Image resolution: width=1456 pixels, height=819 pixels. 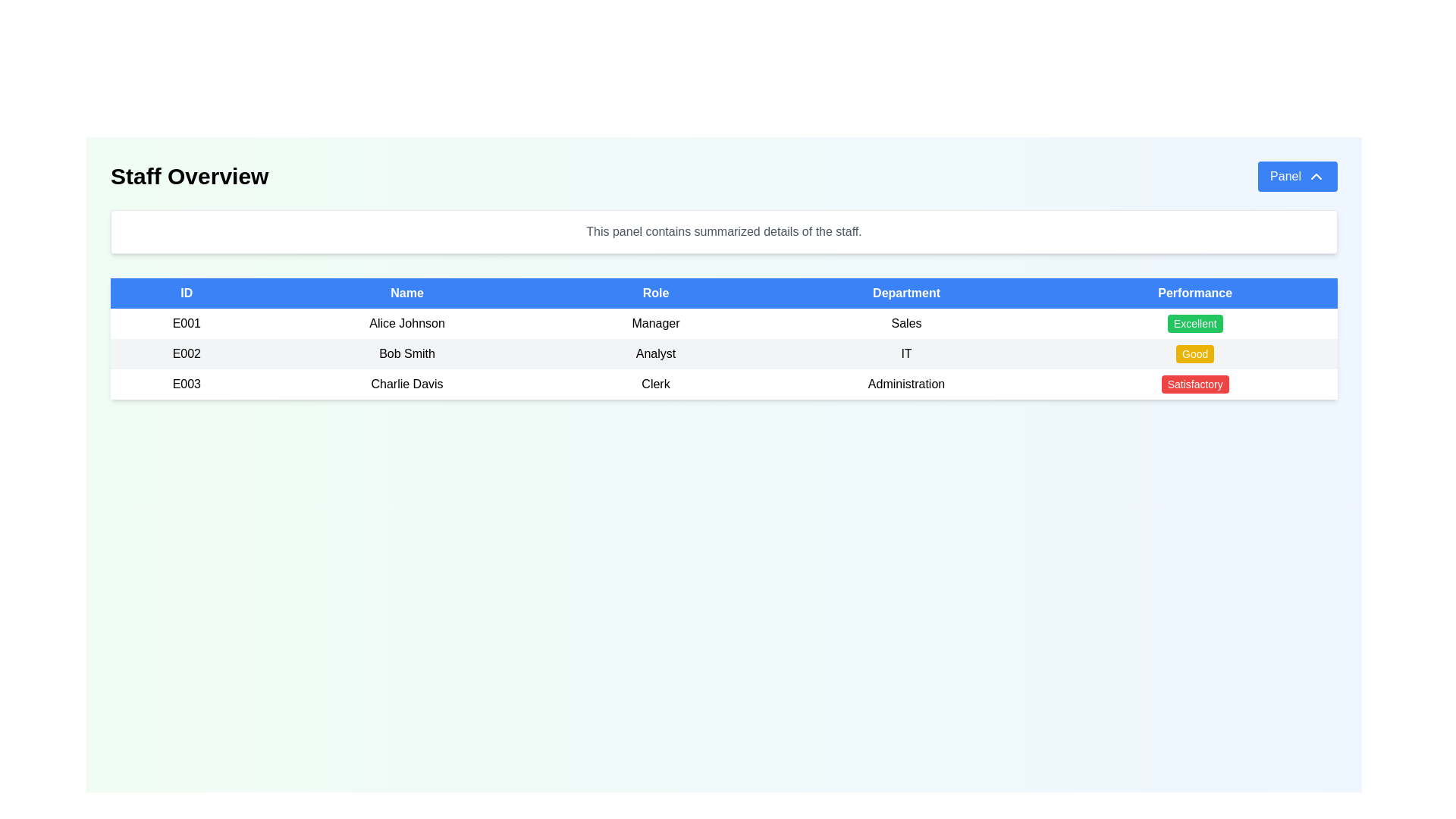 I want to click on the 'Excellent' performance rating label in the first row of the table located in the 'Performance' column, so click(x=1194, y=323).